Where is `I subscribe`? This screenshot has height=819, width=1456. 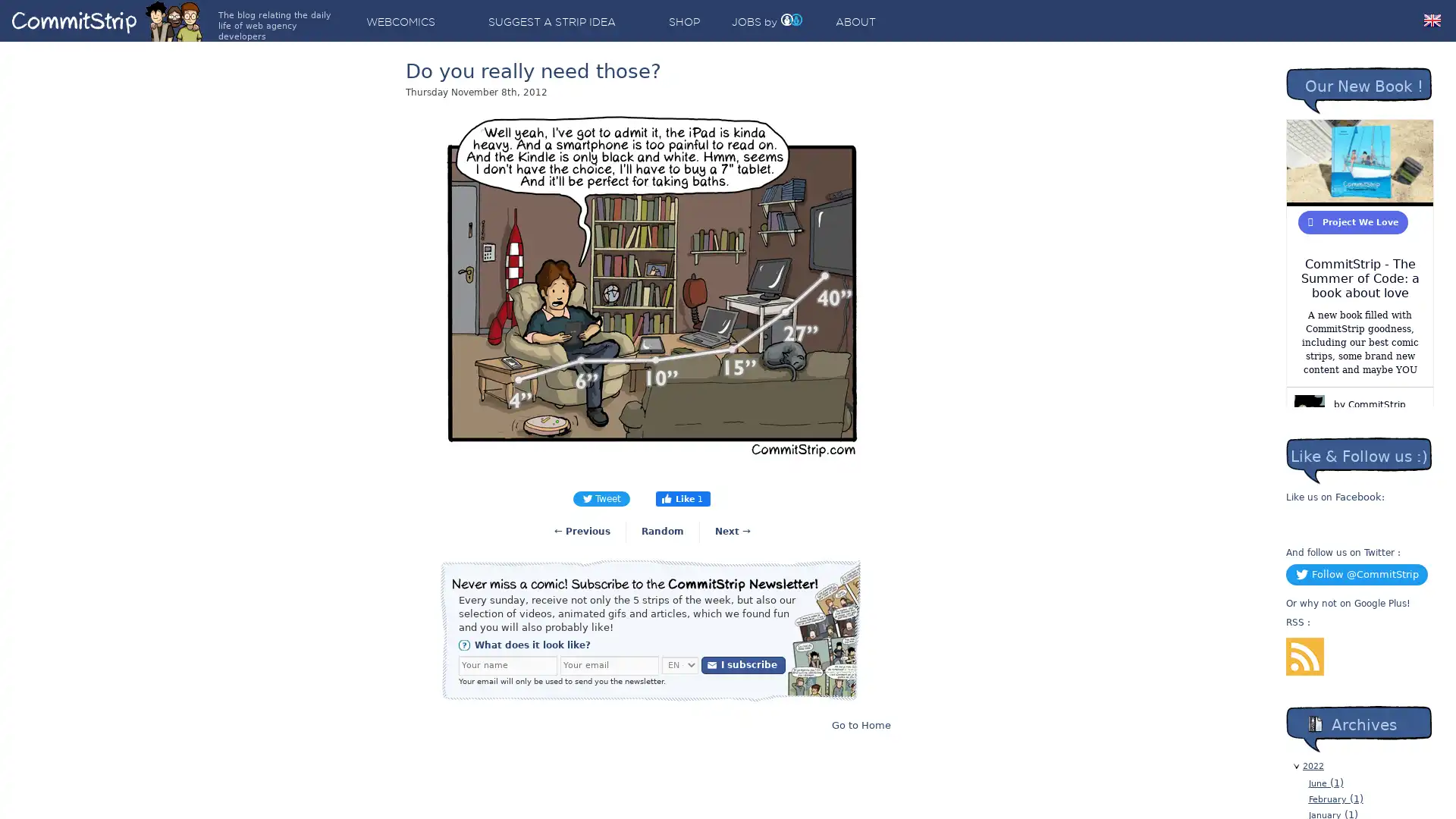 I subscribe is located at coordinates (743, 664).